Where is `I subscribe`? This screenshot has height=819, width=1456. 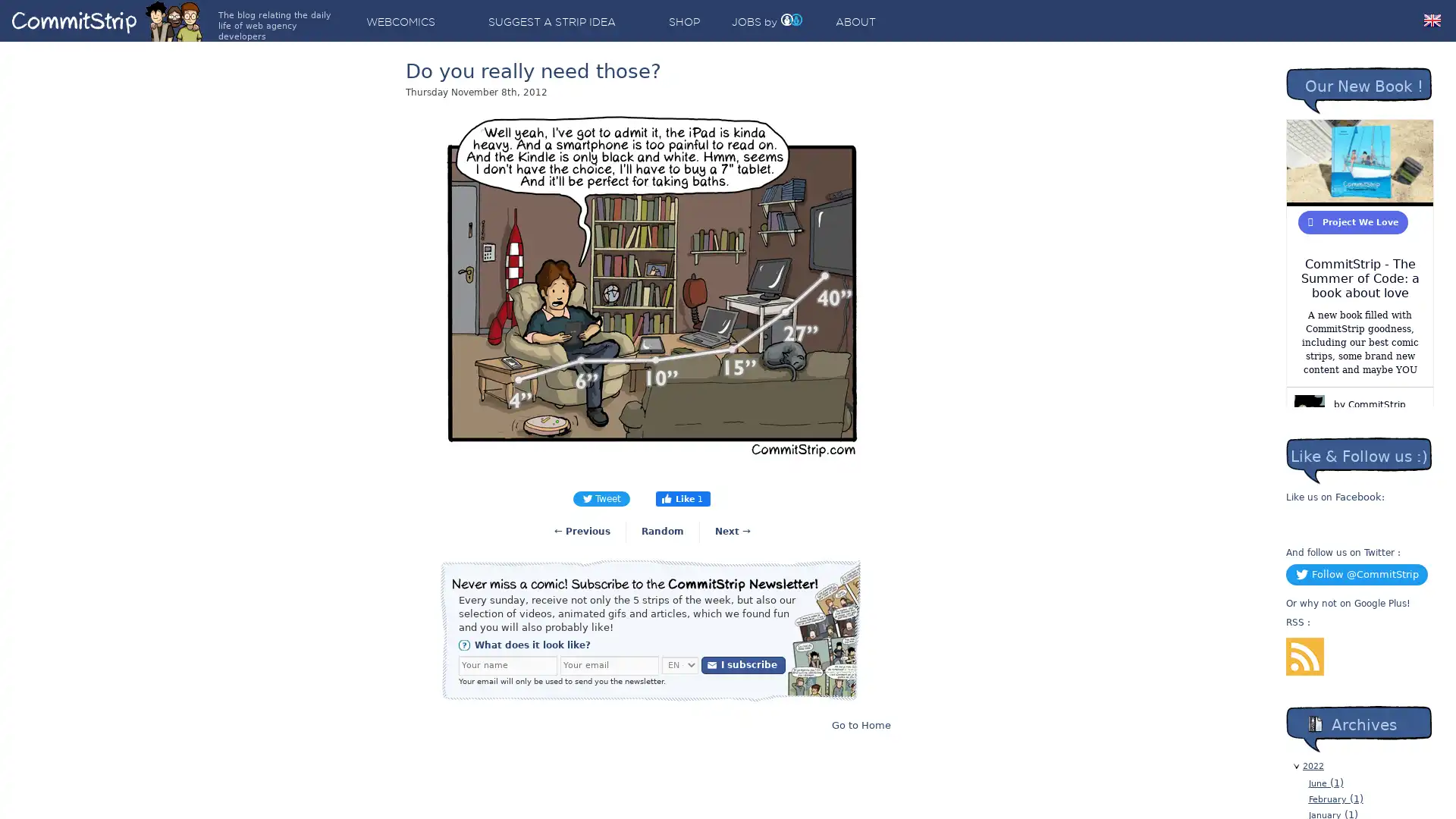 I subscribe is located at coordinates (743, 664).